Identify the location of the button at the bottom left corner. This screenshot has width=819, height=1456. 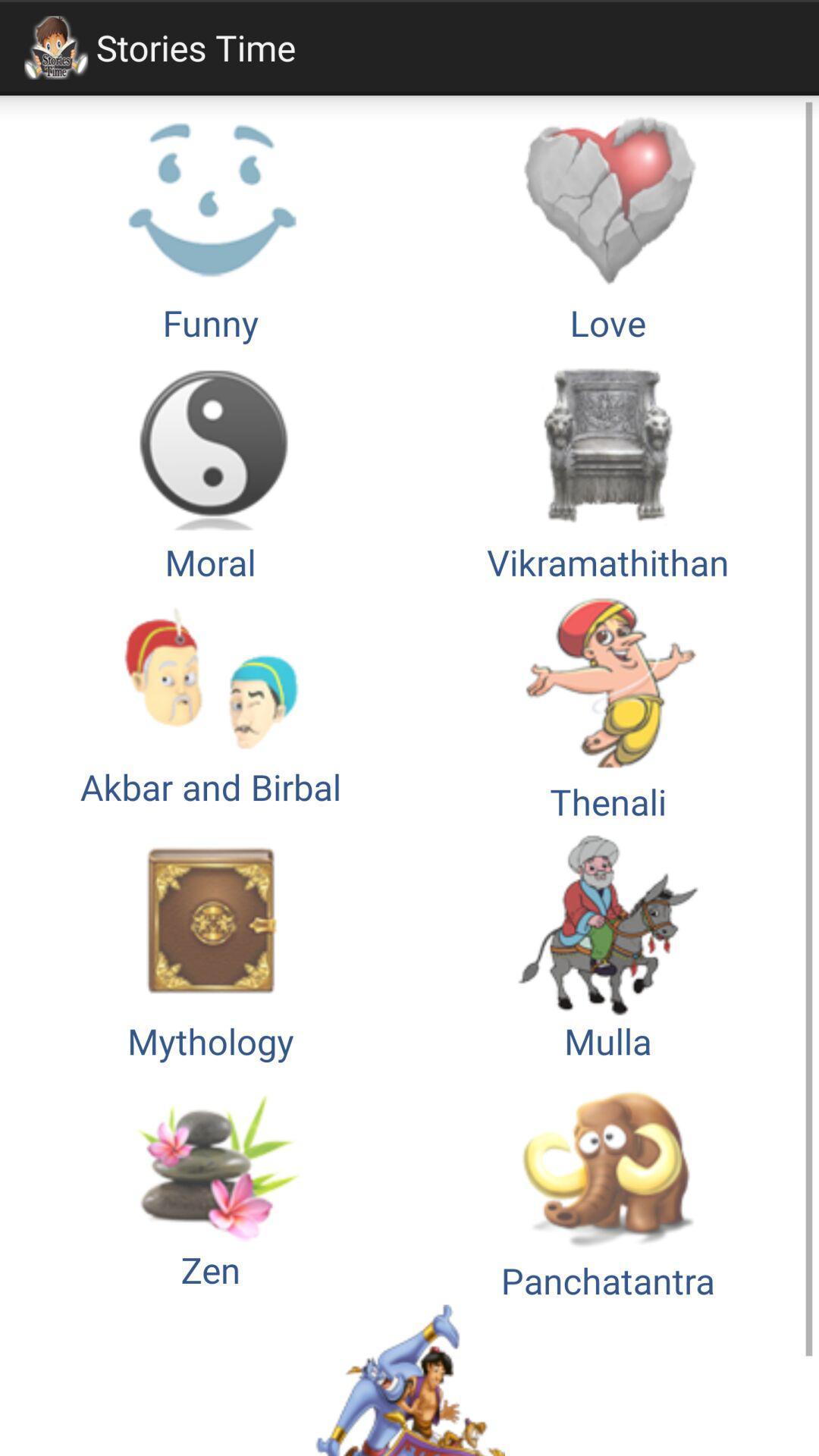
(210, 1184).